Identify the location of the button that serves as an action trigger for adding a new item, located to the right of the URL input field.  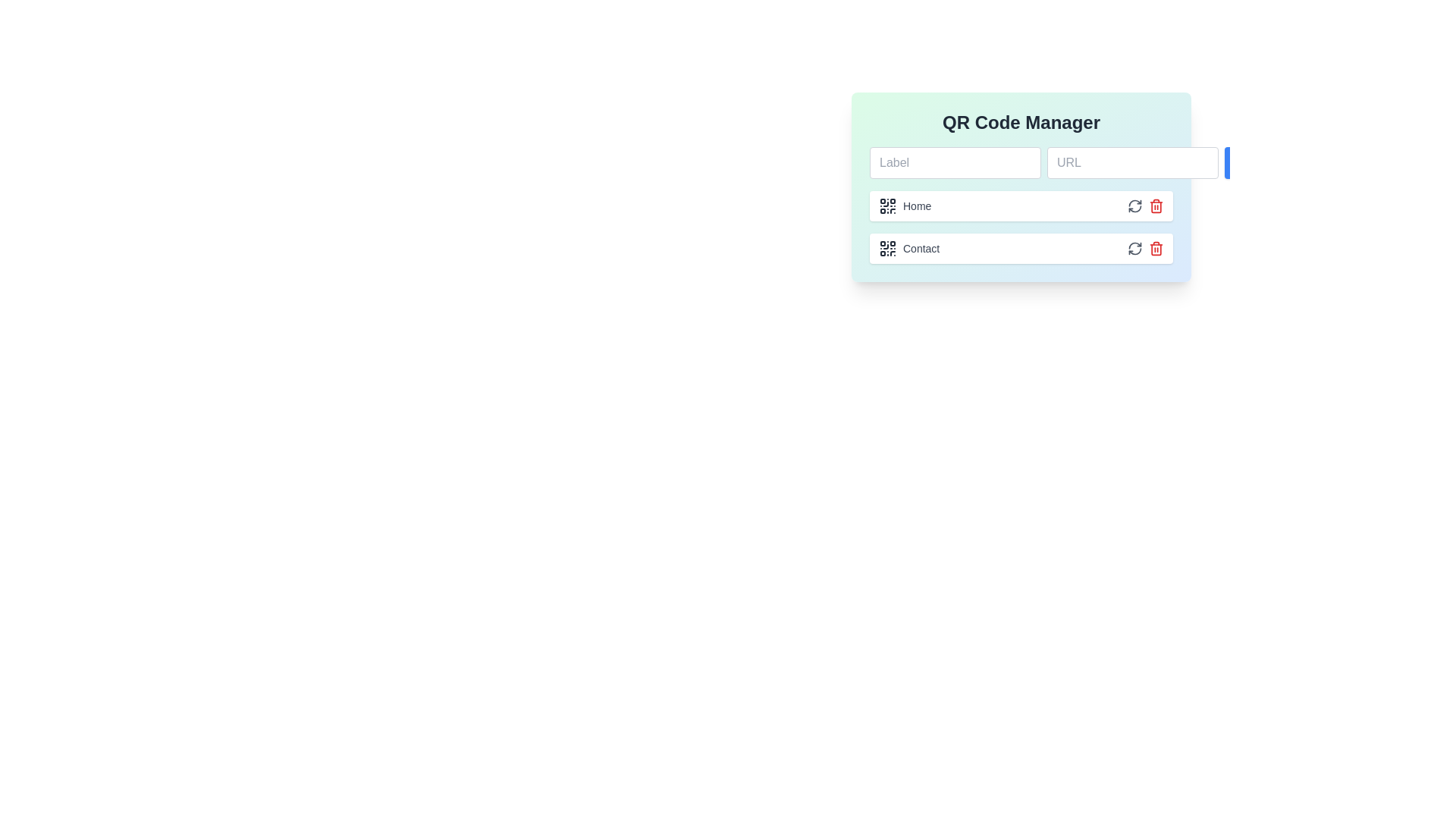
(1242, 163).